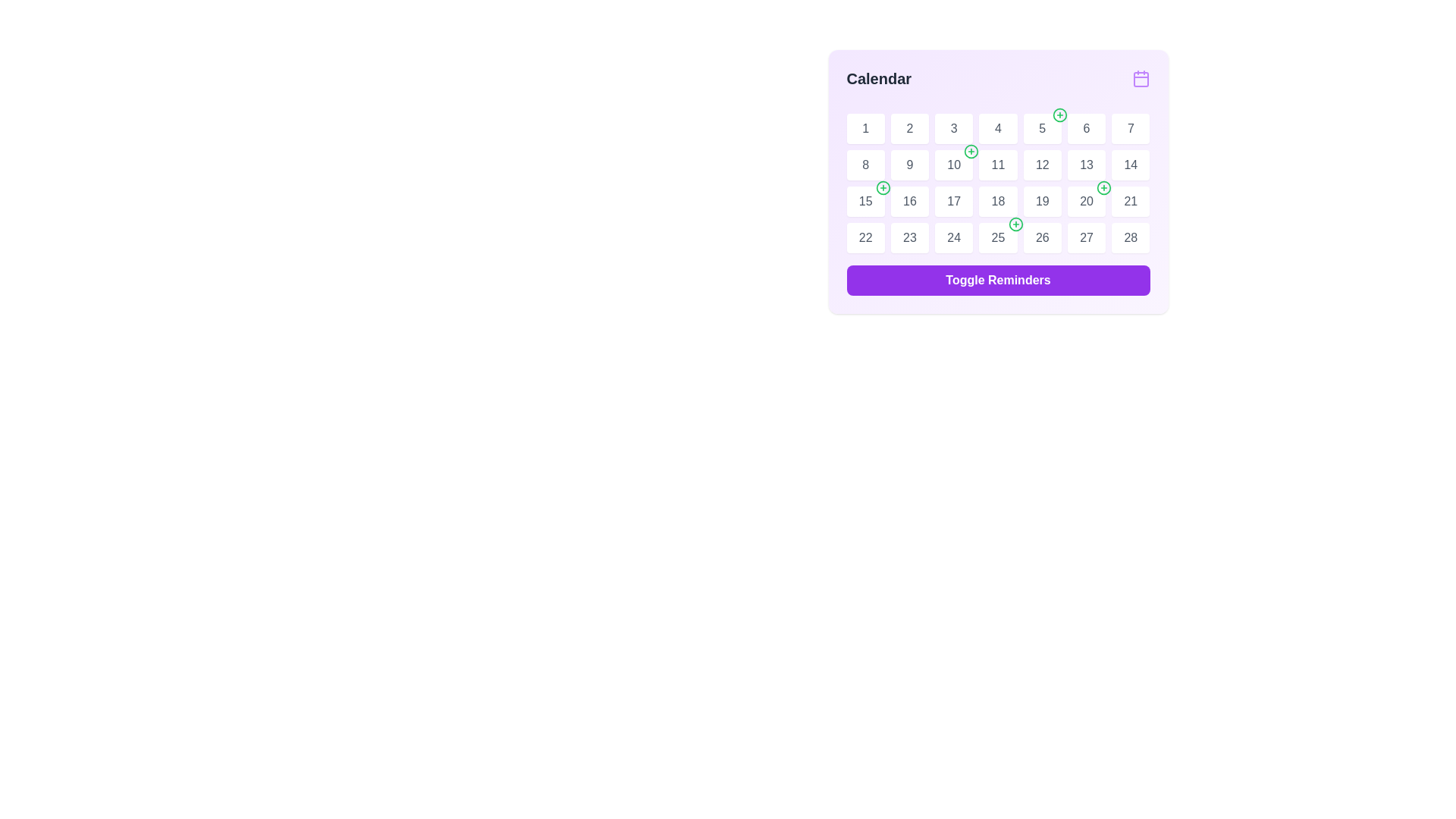  What do you see at coordinates (910, 165) in the screenshot?
I see `the date indicator text label` at bounding box center [910, 165].